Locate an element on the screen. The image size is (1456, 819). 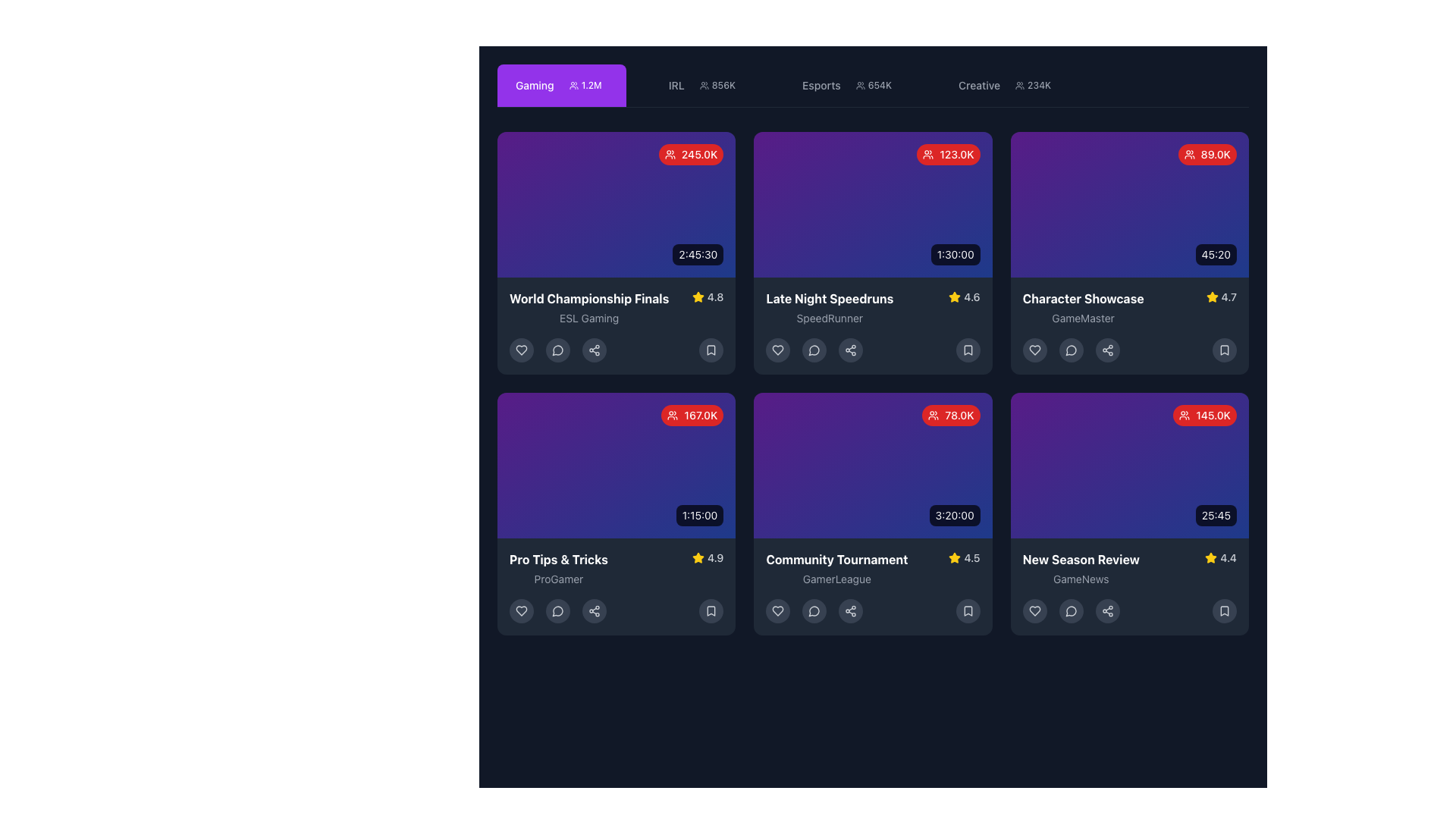
the yellow star-shaped icon representing a rating, which is located in the second row and first column item card of the grid layout, positioned to the right of the title and description text is located at coordinates (1211, 297).